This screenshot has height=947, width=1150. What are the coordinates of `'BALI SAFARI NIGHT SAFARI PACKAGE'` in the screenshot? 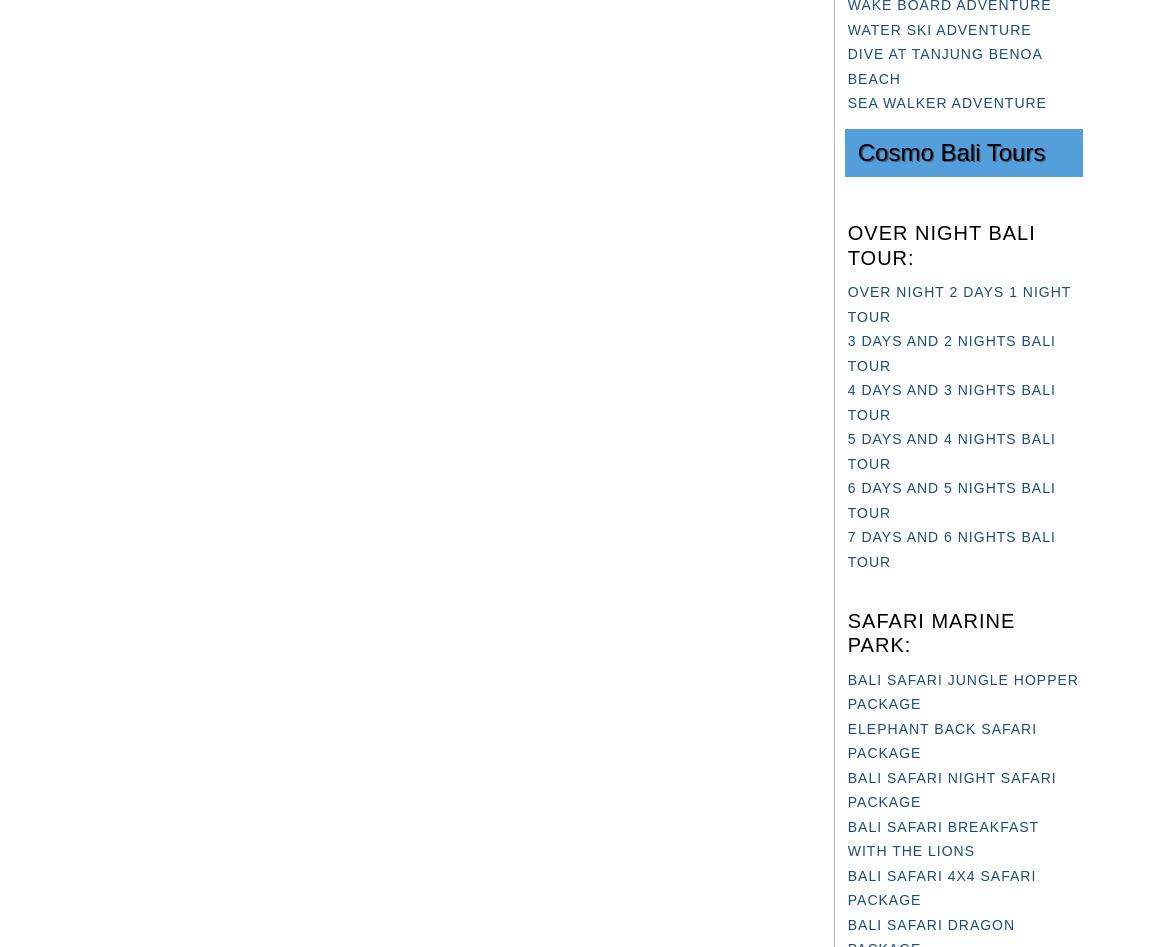 It's located at (951, 789).